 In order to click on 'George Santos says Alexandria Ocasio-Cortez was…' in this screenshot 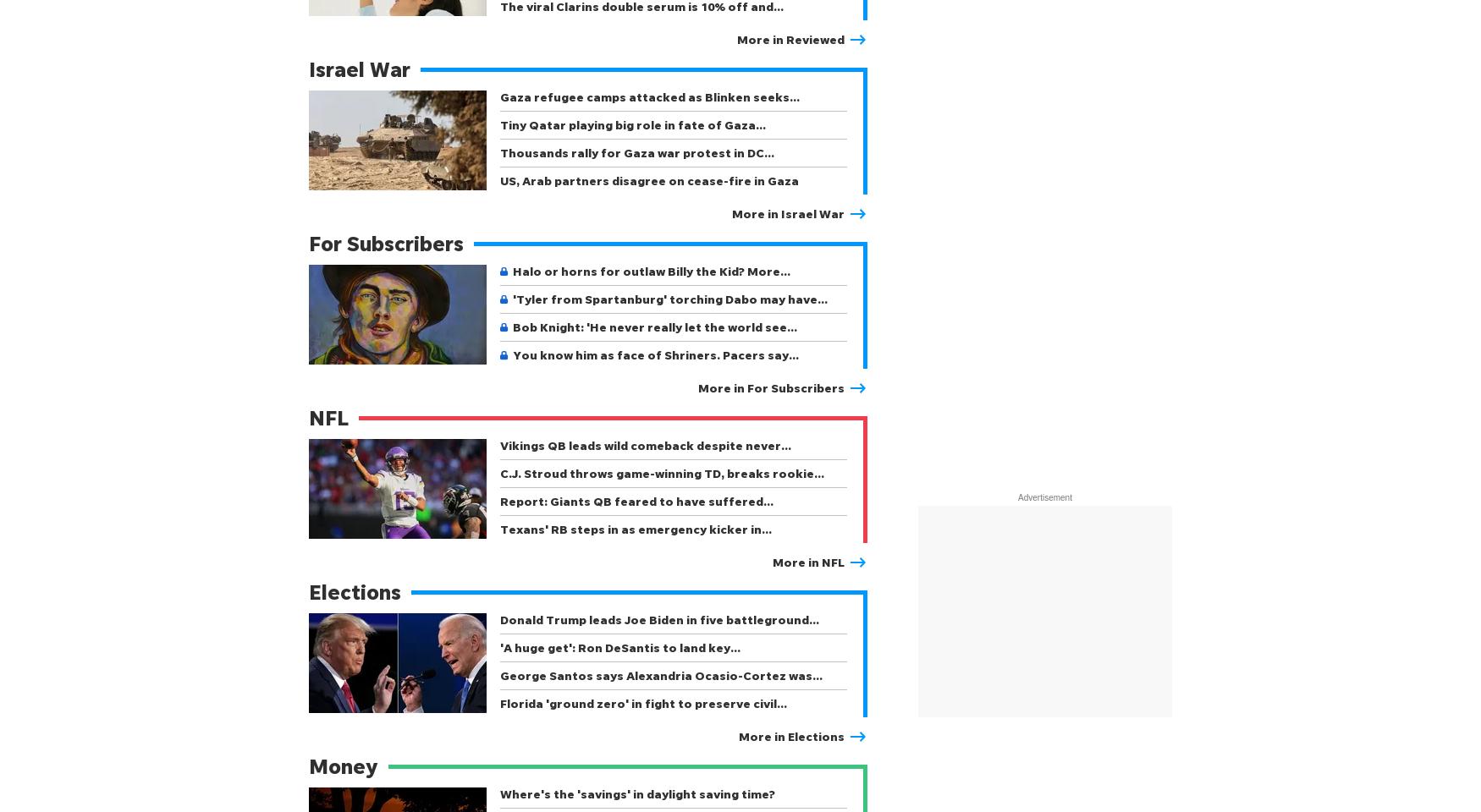, I will do `click(499, 675)`.